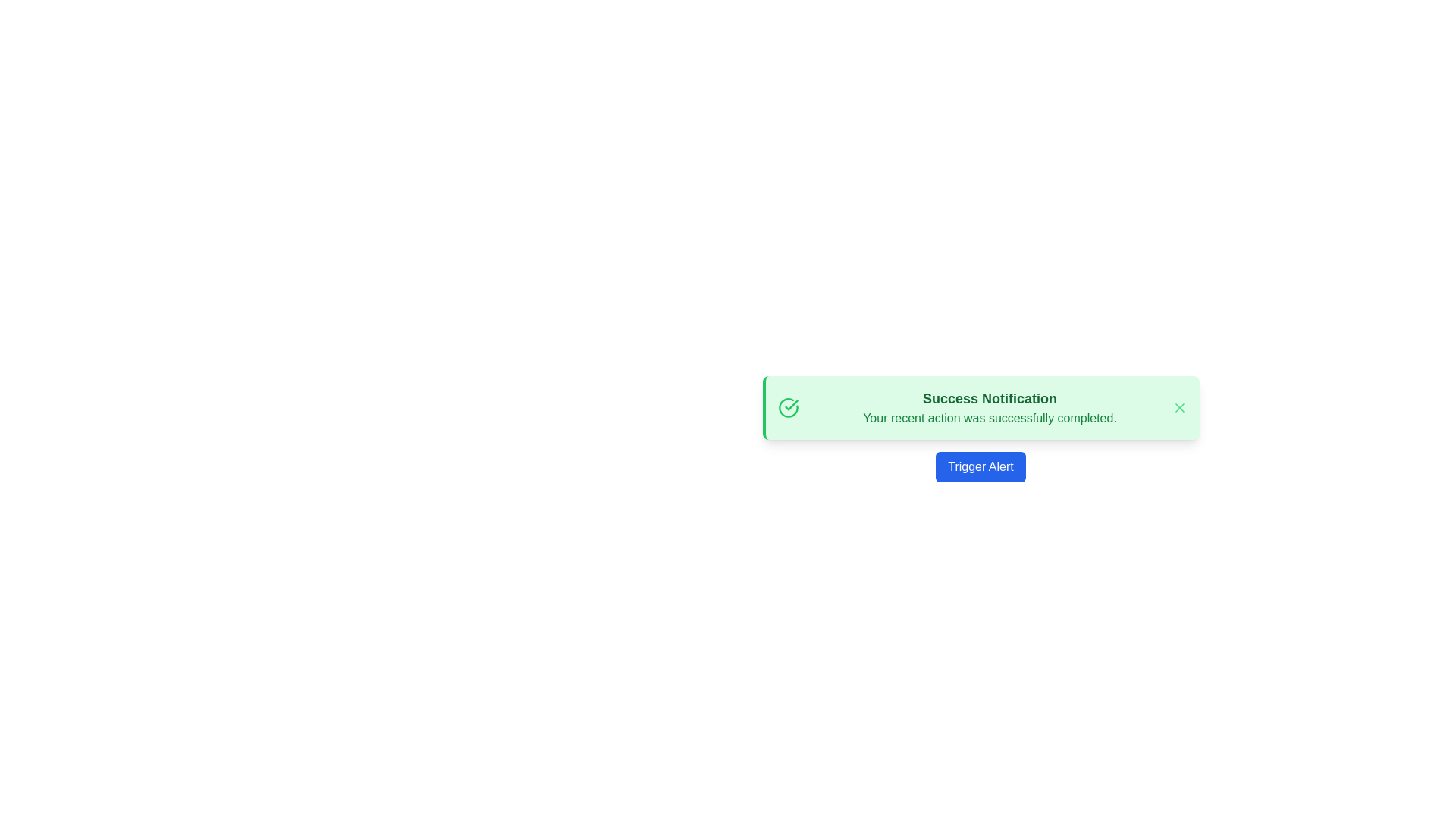 Image resolution: width=1456 pixels, height=819 pixels. Describe the element at coordinates (982, 406) in the screenshot. I see `the green-themed notification panel titled 'Success Notification' with the subtitle 'Your recent action was successfully completed.'` at that location.